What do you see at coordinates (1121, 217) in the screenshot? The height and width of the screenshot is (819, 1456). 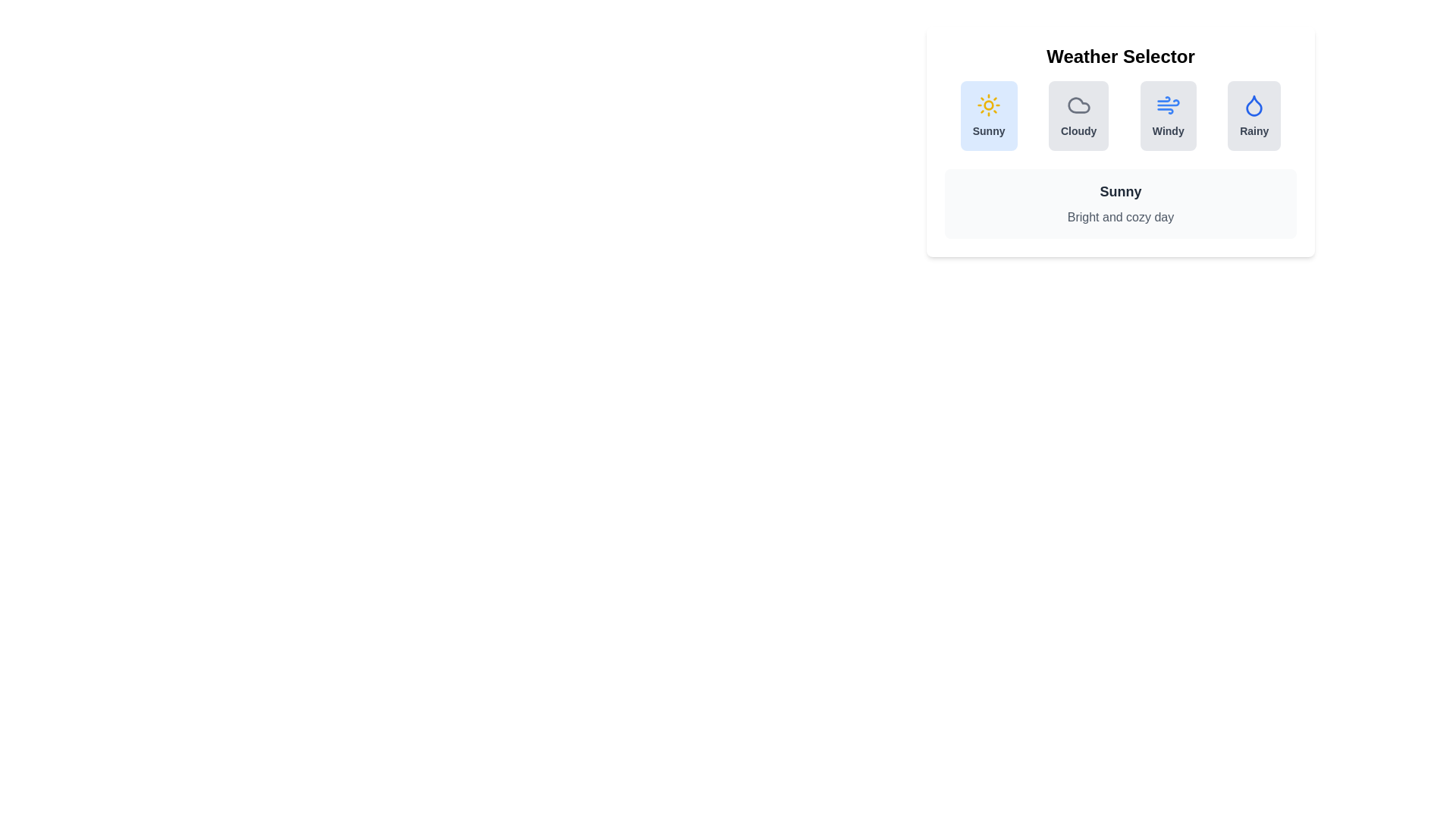 I see `the Text Label that provides additional details about the current weather condition, located below the 'Sunny' label in a white rounded box` at bounding box center [1121, 217].